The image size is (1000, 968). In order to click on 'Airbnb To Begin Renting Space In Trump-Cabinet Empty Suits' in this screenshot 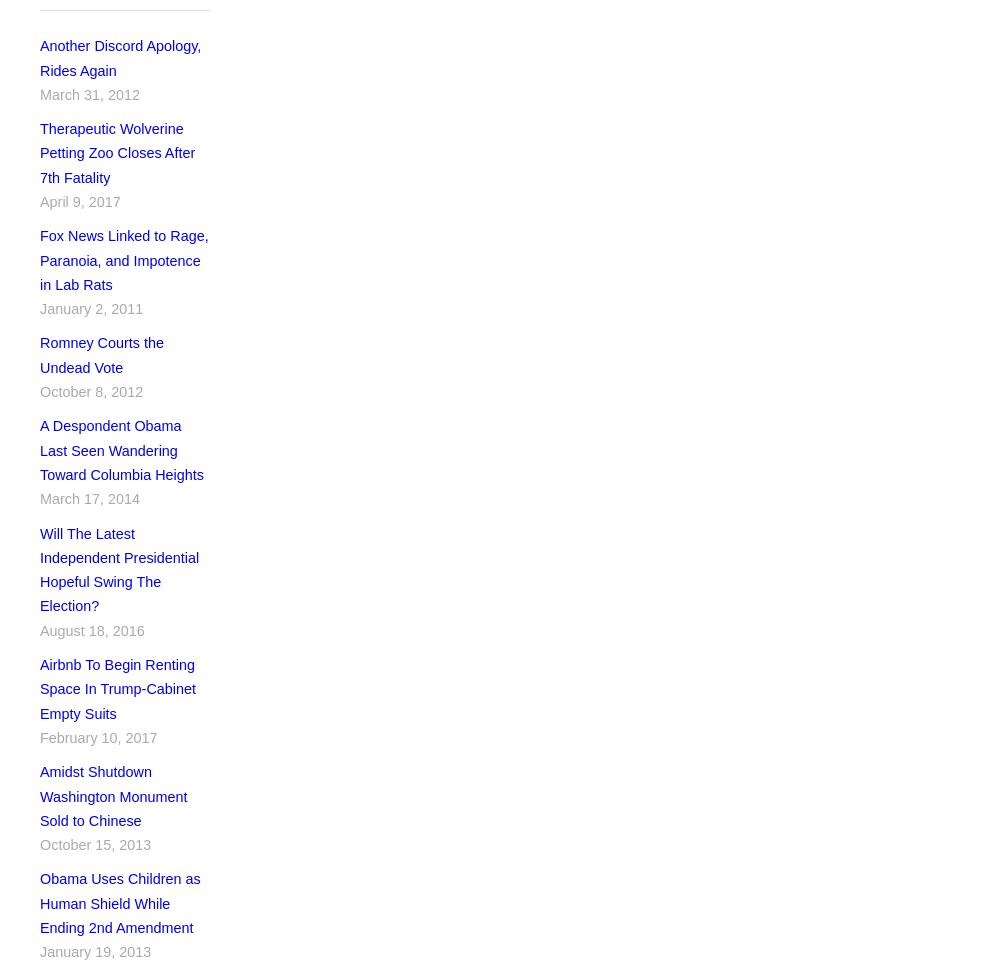, I will do `click(116, 688)`.